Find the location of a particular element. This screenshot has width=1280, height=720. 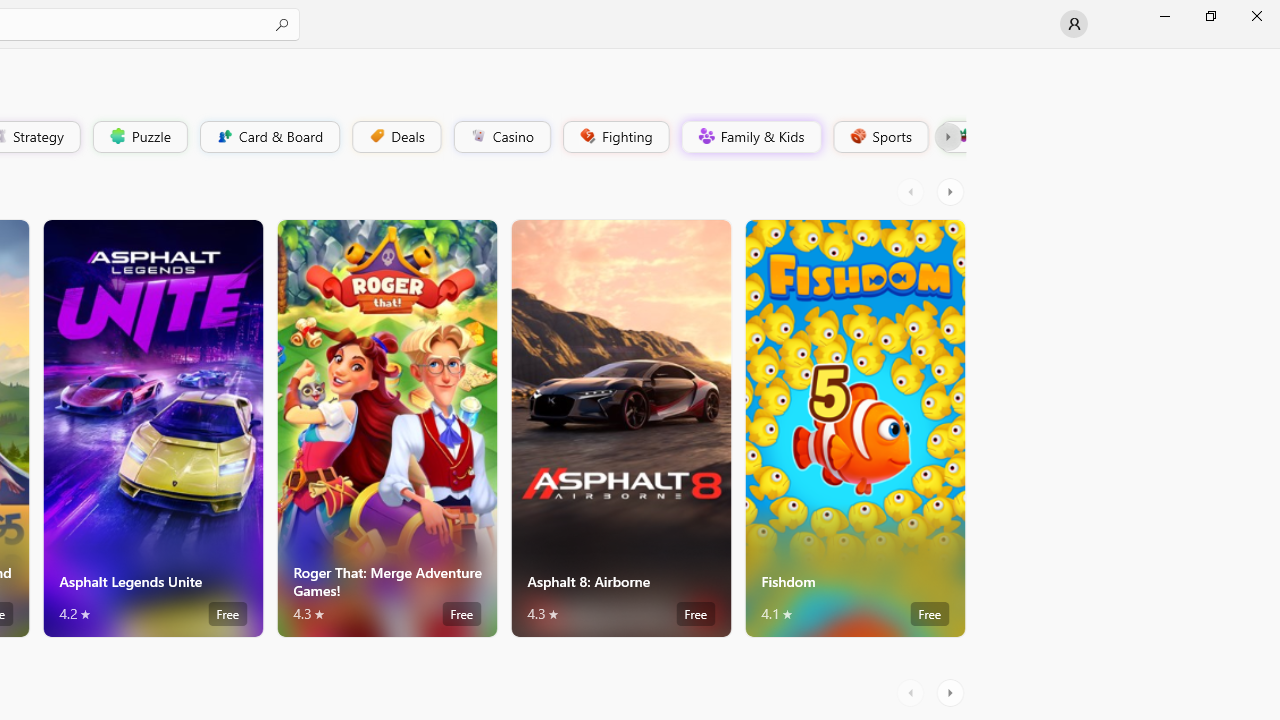

'Sports' is located at coordinates (879, 135).